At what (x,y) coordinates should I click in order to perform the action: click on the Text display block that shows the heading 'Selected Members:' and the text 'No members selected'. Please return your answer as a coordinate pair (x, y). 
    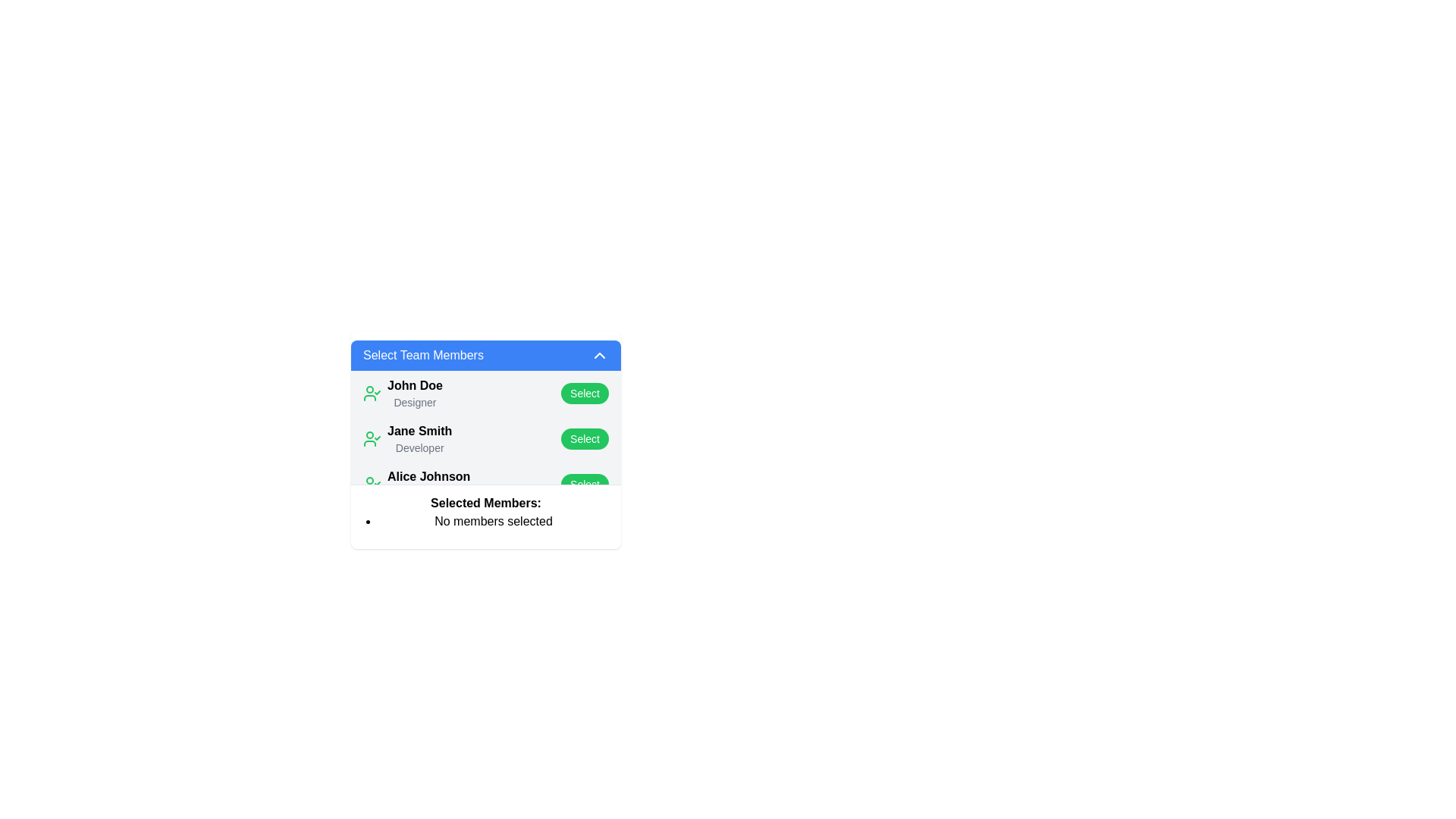
    Looking at the image, I should click on (486, 512).